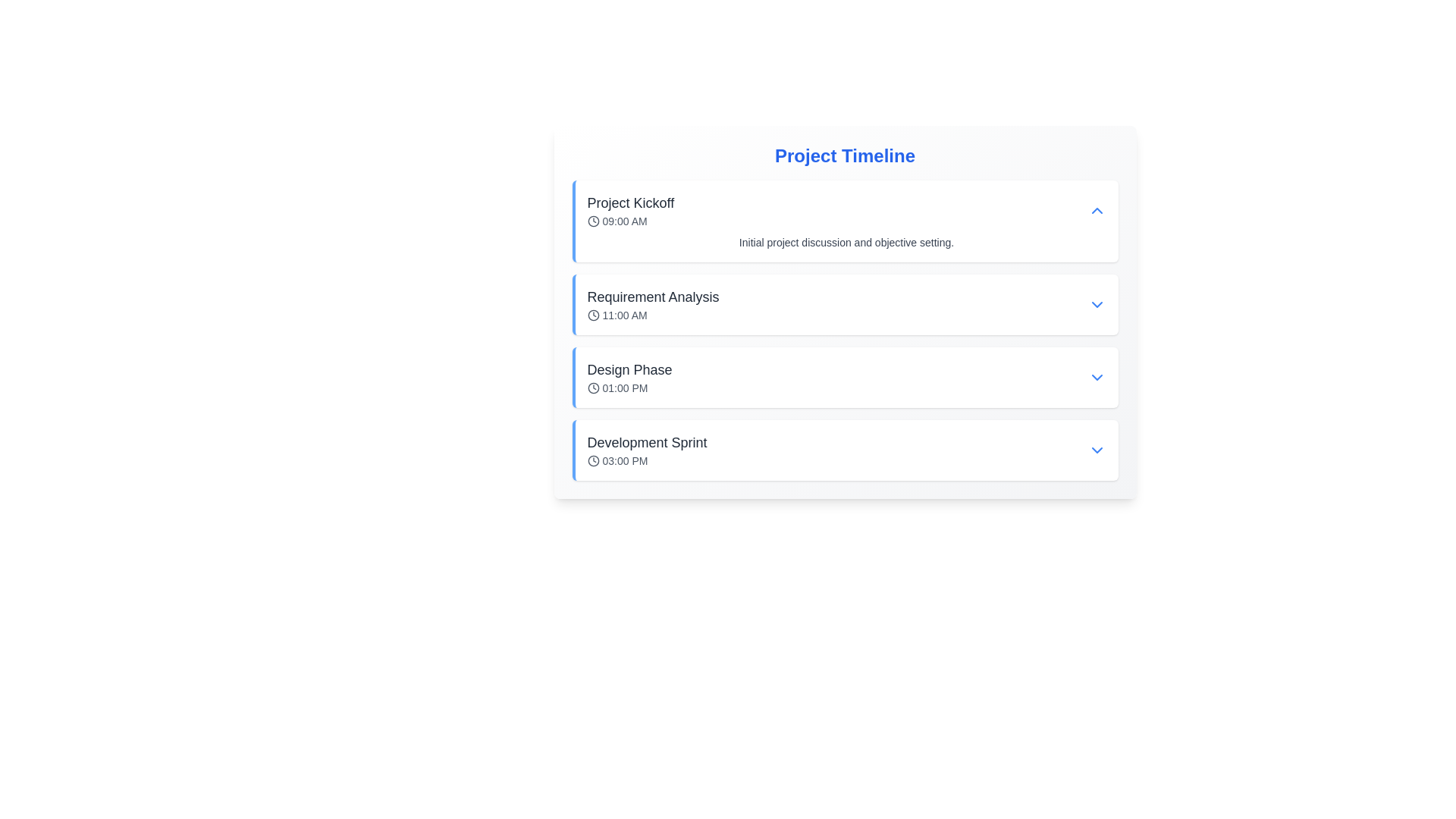  Describe the element at coordinates (592, 221) in the screenshot. I see `the circular outline of the clock icon located to the left of the text '09:00 AM'` at that location.